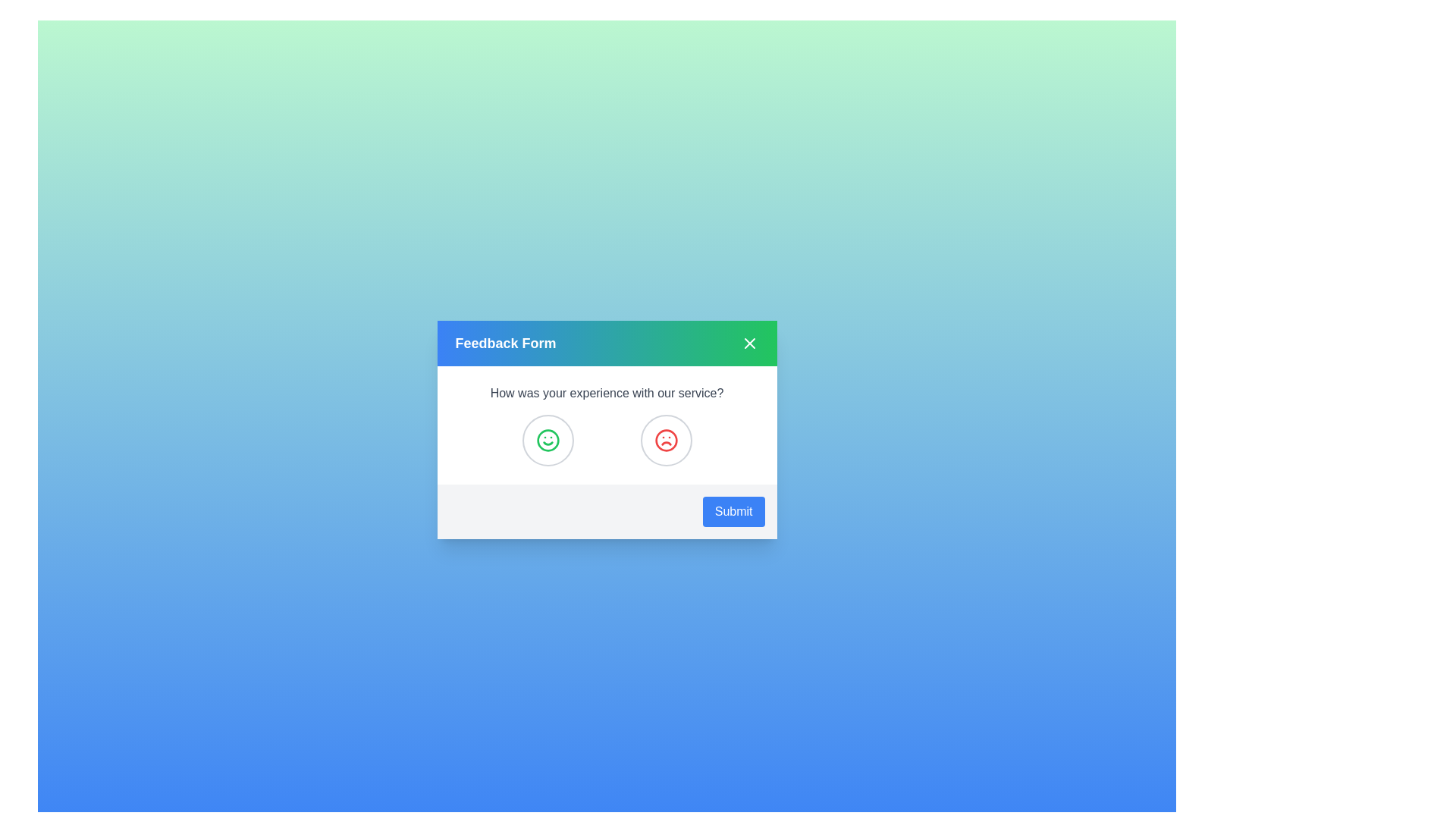 The width and height of the screenshot is (1456, 819). What do you see at coordinates (749, 343) in the screenshot?
I see `the close button in the title bar of the feedback dialog to close it` at bounding box center [749, 343].